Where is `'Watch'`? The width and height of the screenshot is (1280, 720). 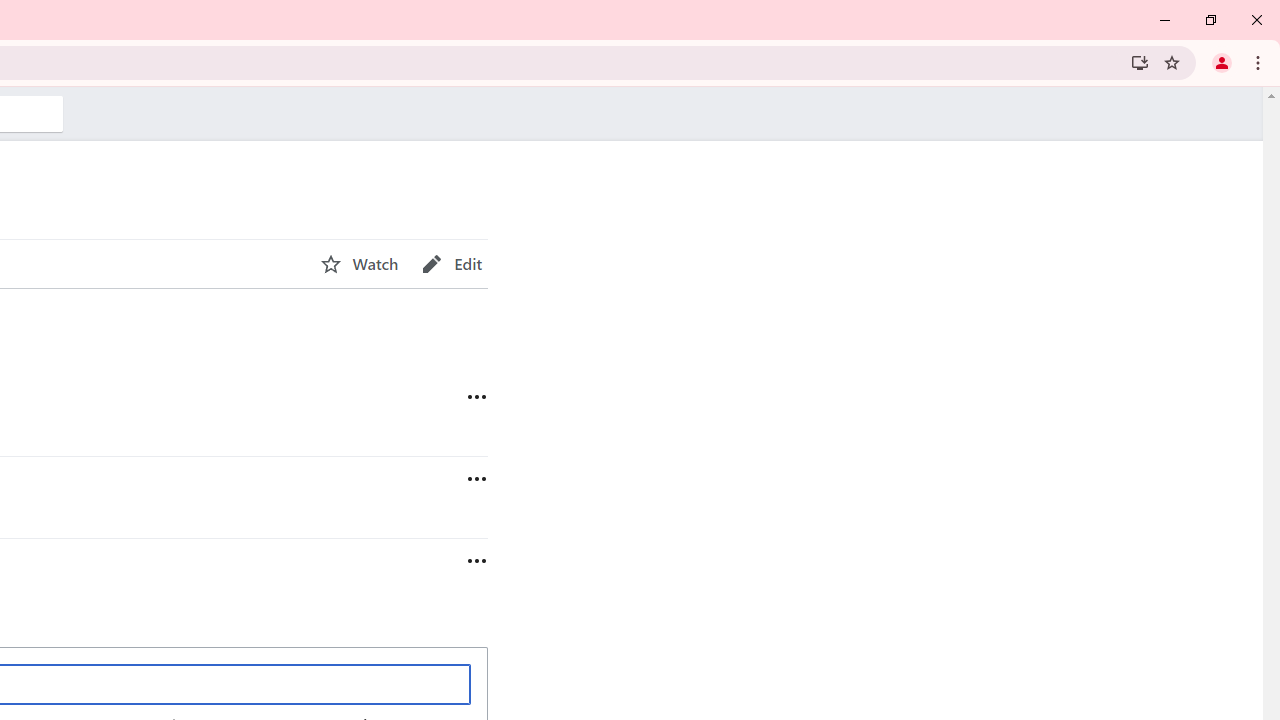
'Watch' is located at coordinates (359, 263).